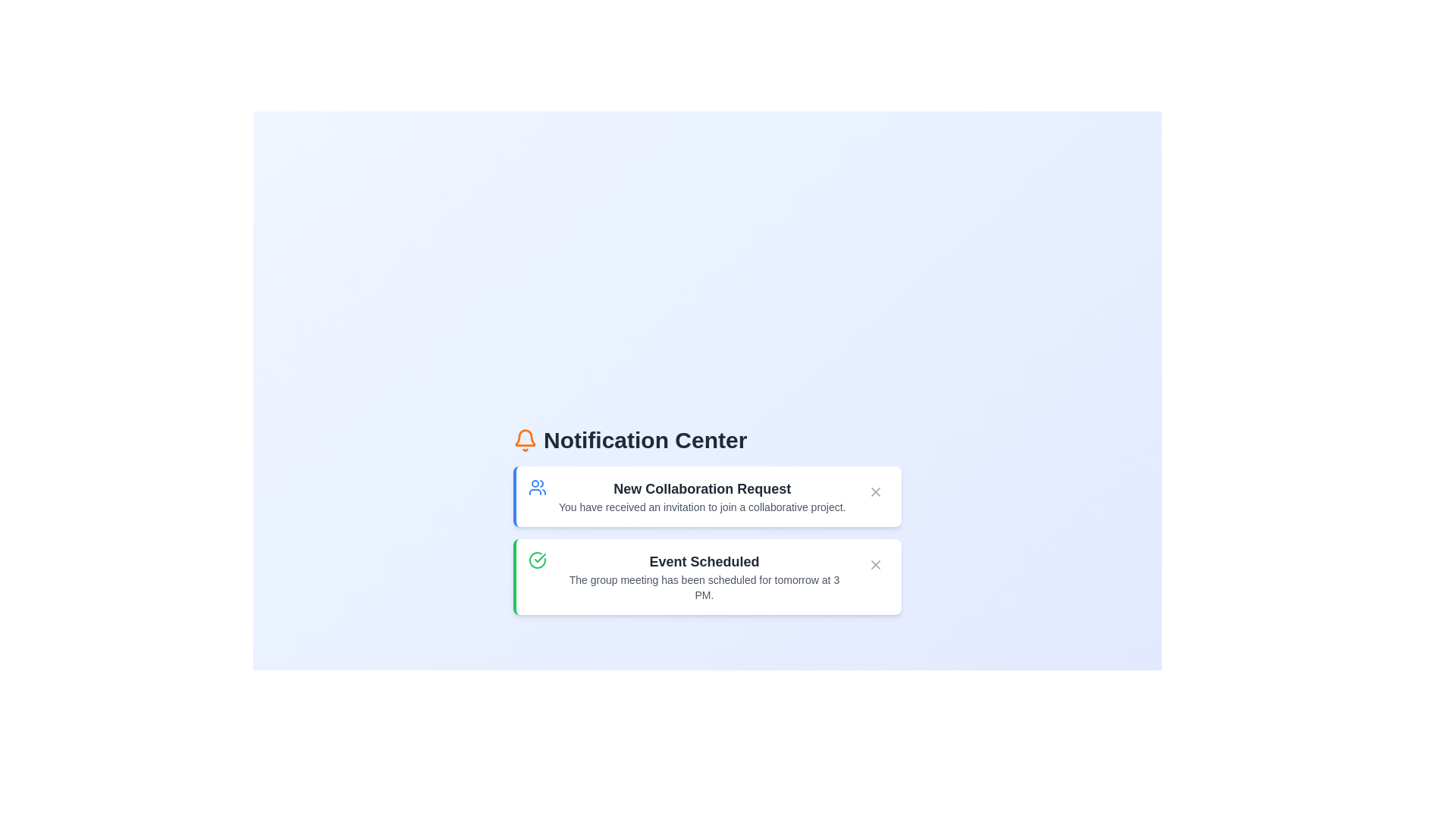 Image resolution: width=1456 pixels, height=819 pixels. I want to click on the 'X' icon in the top-right corner of the 'New Collaboration Request' notification card, so click(876, 491).